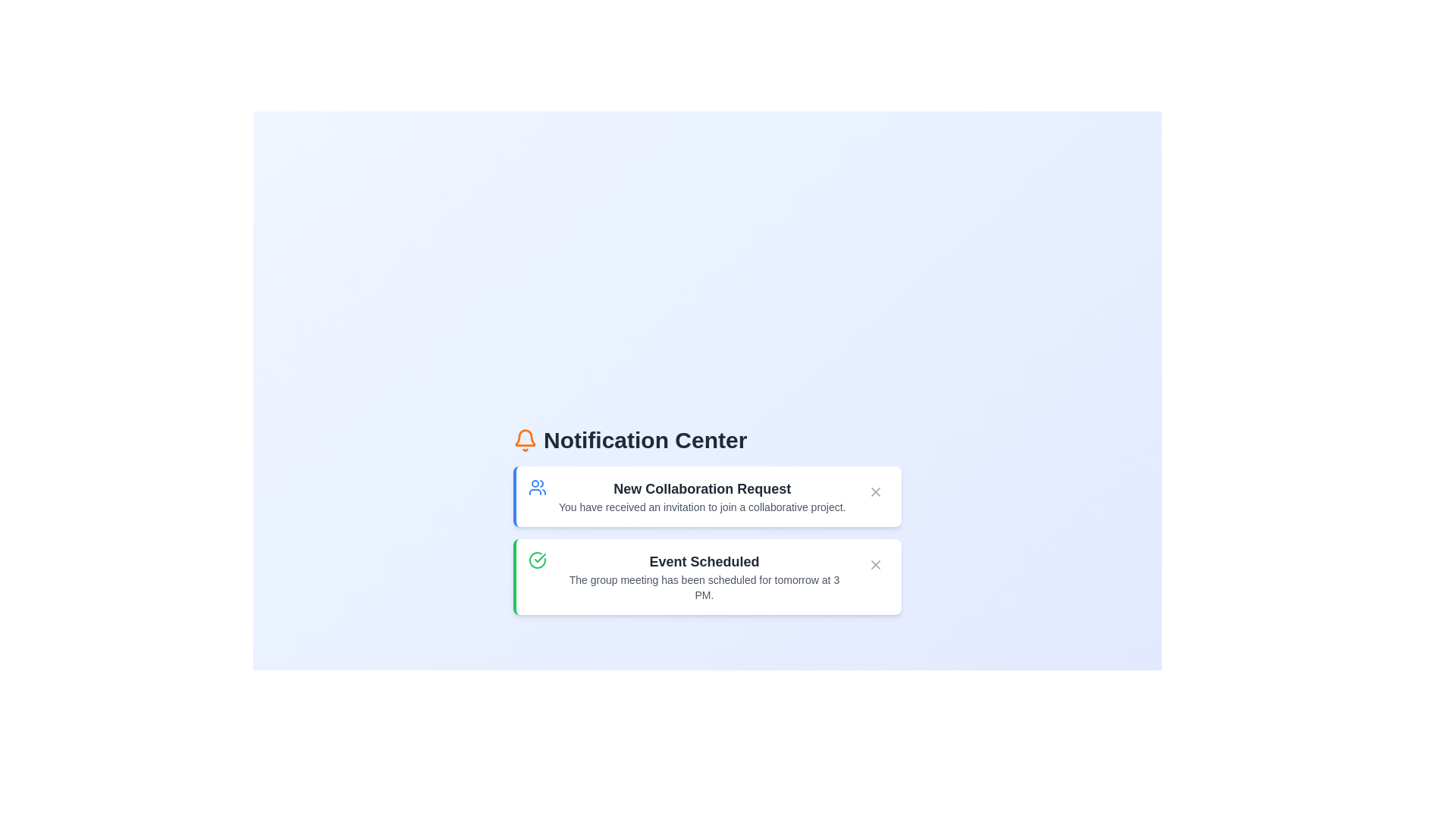 Image resolution: width=1456 pixels, height=819 pixels. I want to click on the 'X' icon in the top-right corner of the 'New Collaboration Request' notification card, so click(876, 491).